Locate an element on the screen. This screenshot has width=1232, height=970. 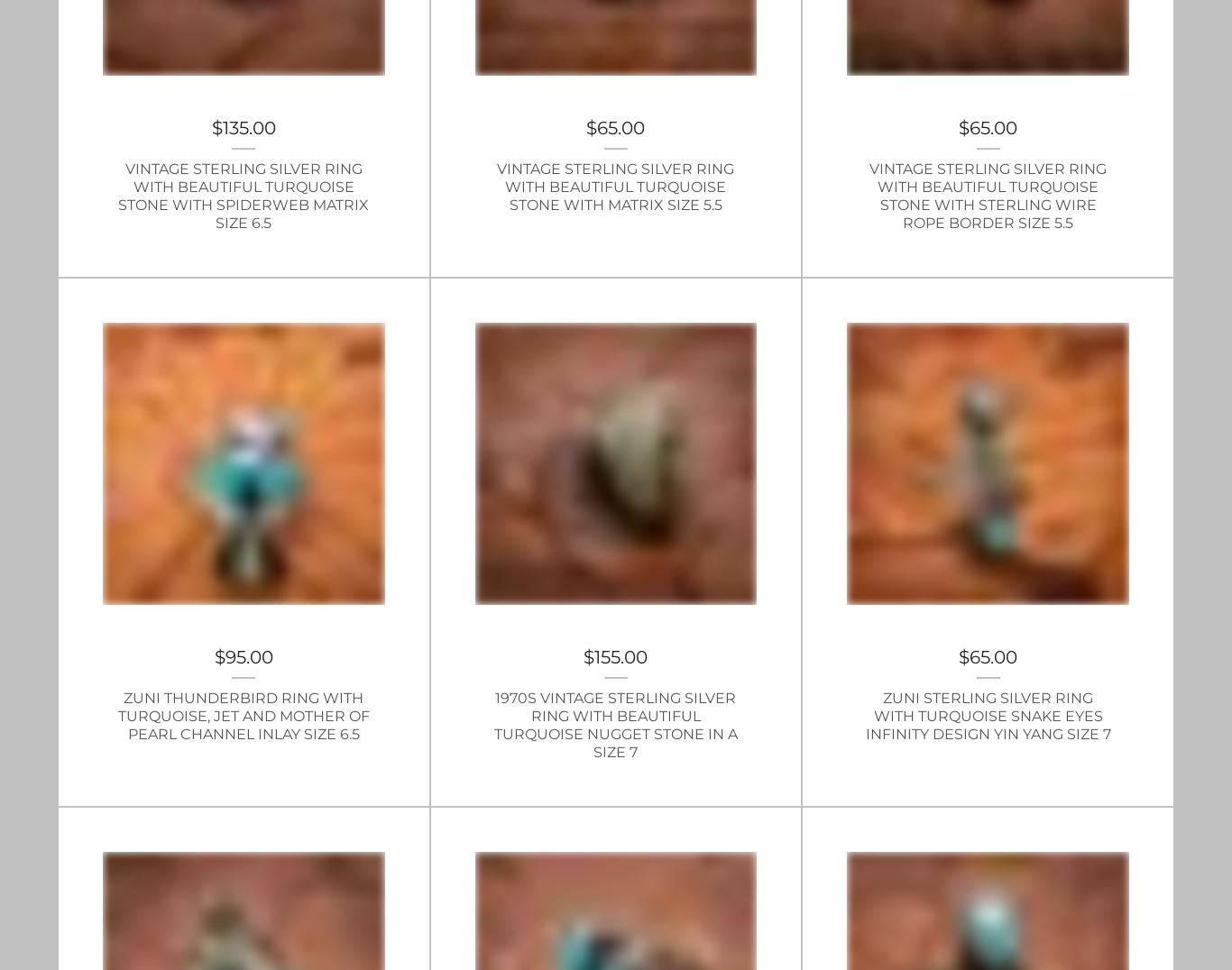
'155.00' is located at coordinates (621, 655).